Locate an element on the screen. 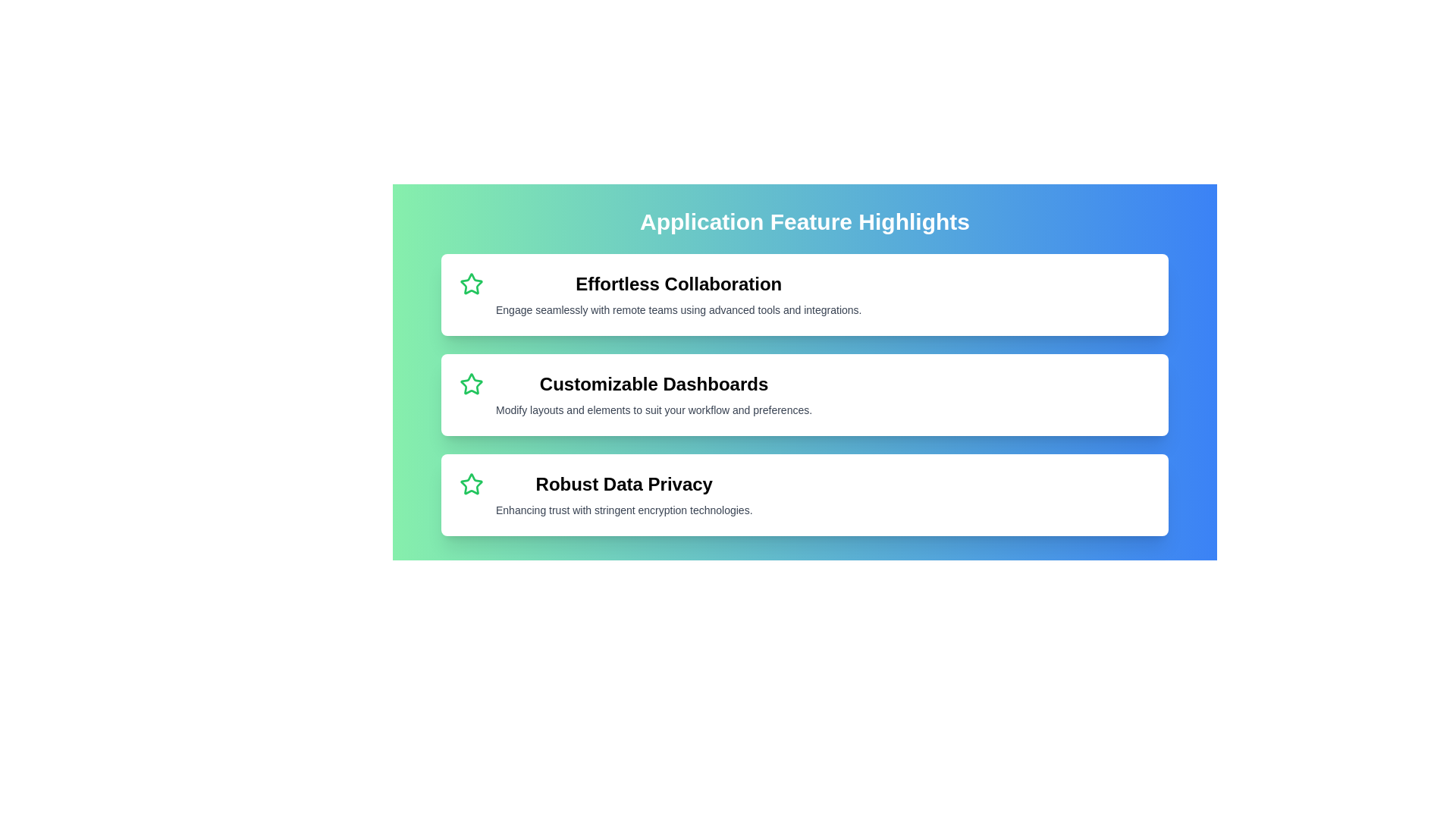 The height and width of the screenshot is (819, 1456). the star icon with green outlines located at the top-left corner of the card titled 'Robust Data Privacy' to interact with the card is located at coordinates (471, 485).